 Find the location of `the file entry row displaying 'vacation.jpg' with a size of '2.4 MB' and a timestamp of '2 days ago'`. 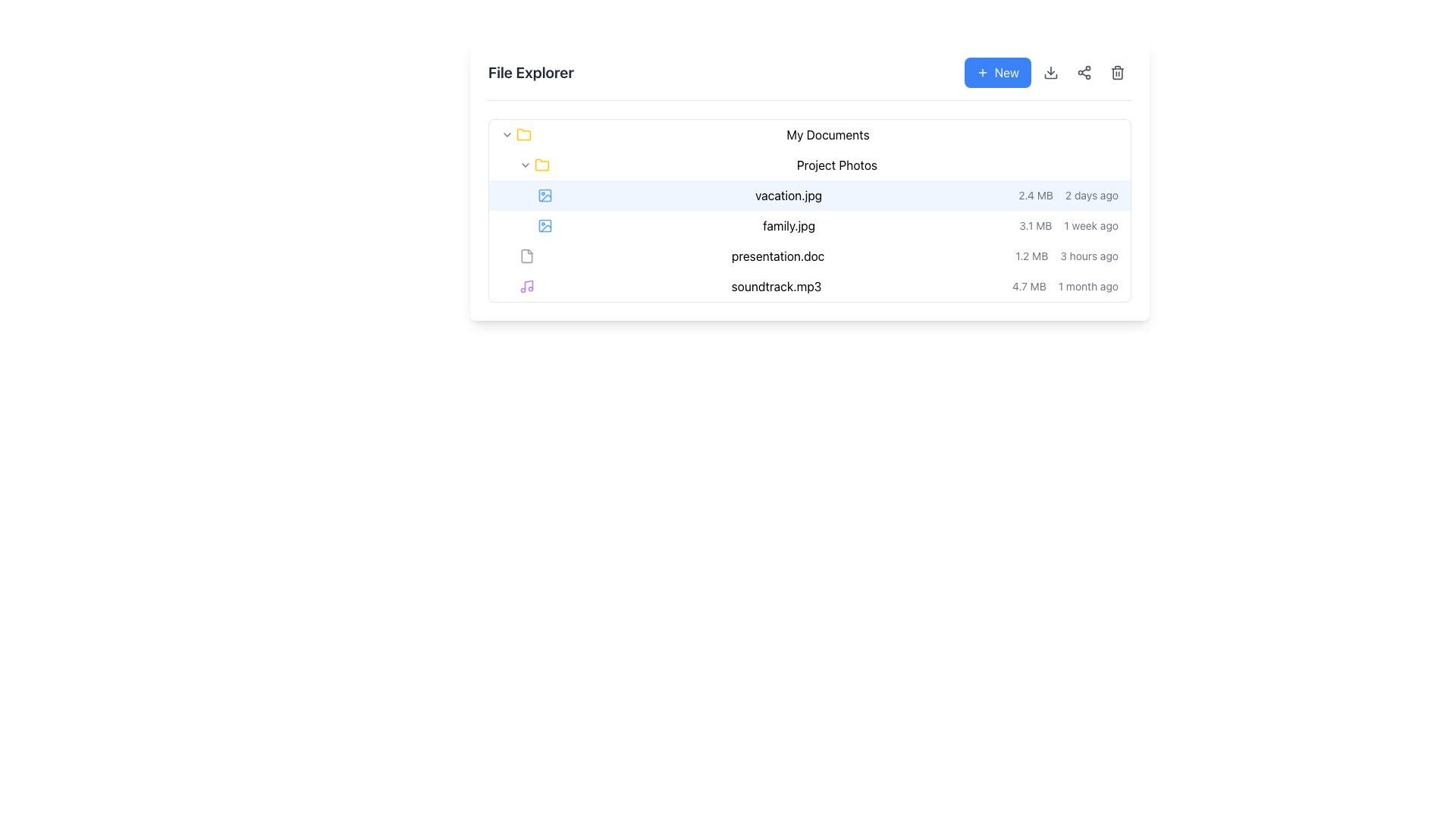

the file entry row displaying 'vacation.jpg' with a size of '2.4 MB' and a timestamp of '2 days ago' is located at coordinates (809, 195).